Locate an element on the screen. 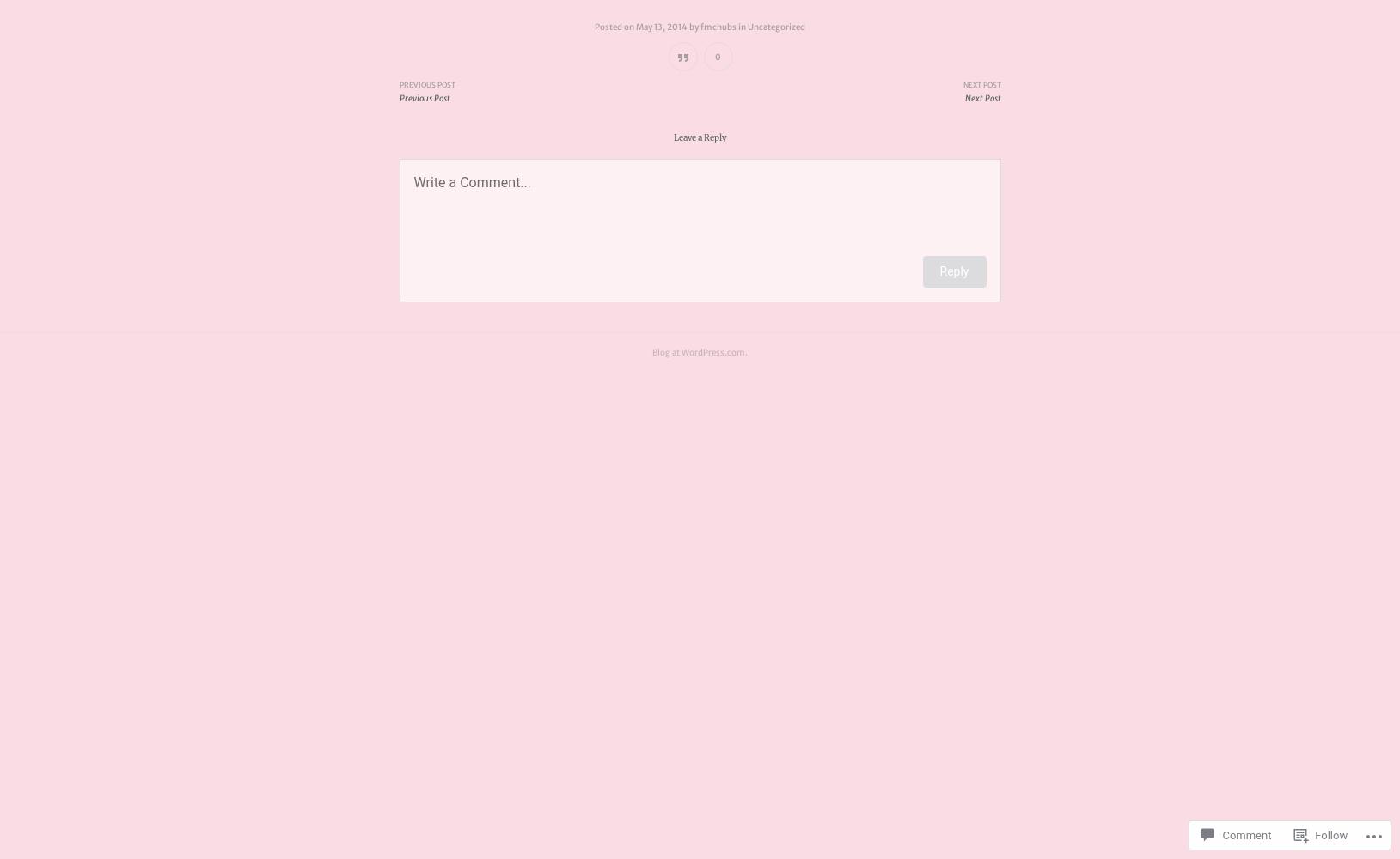 The width and height of the screenshot is (1400, 859). '0' is located at coordinates (718, 56).